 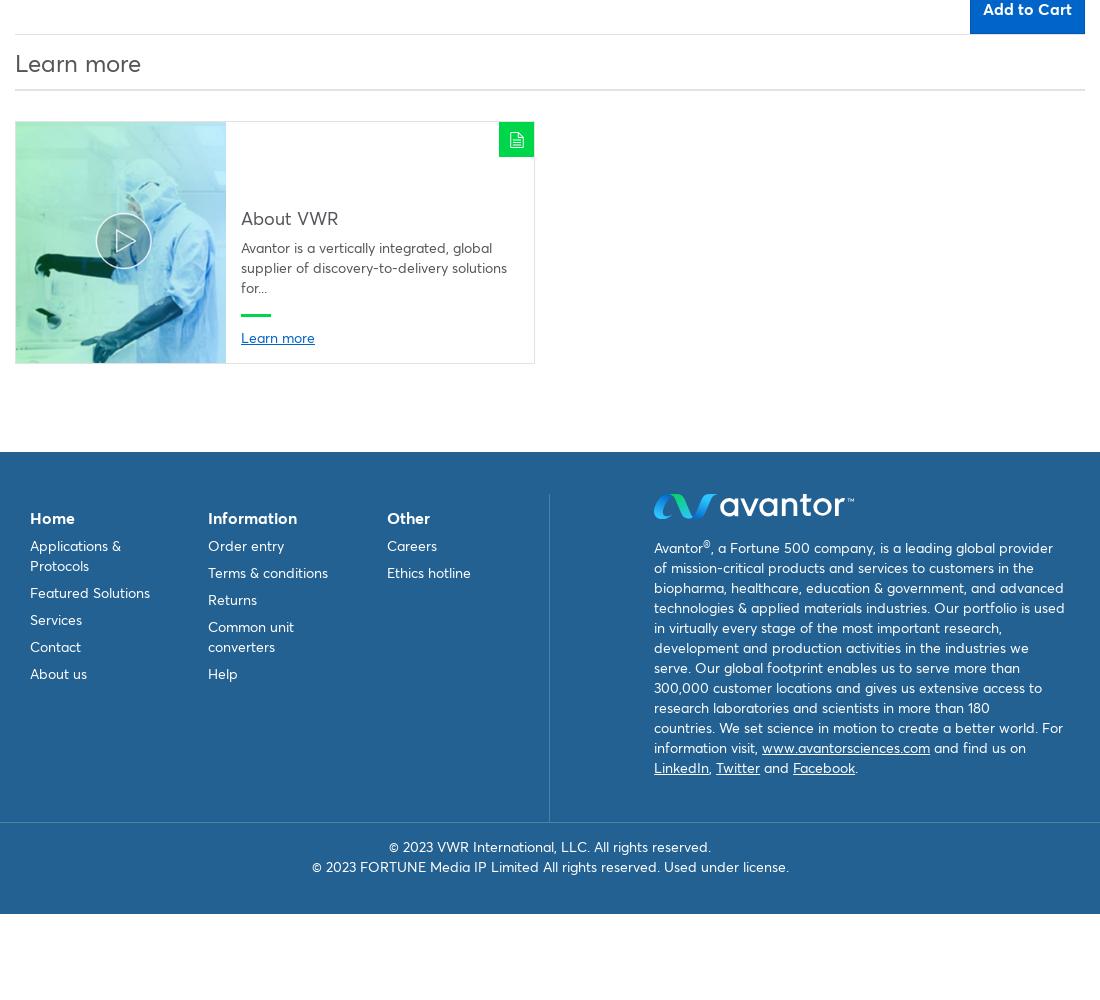 What do you see at coordinates (845, 747) in the screenshot?
I see `'www.avantorsciences.com'` at bounding box center [845, 747].